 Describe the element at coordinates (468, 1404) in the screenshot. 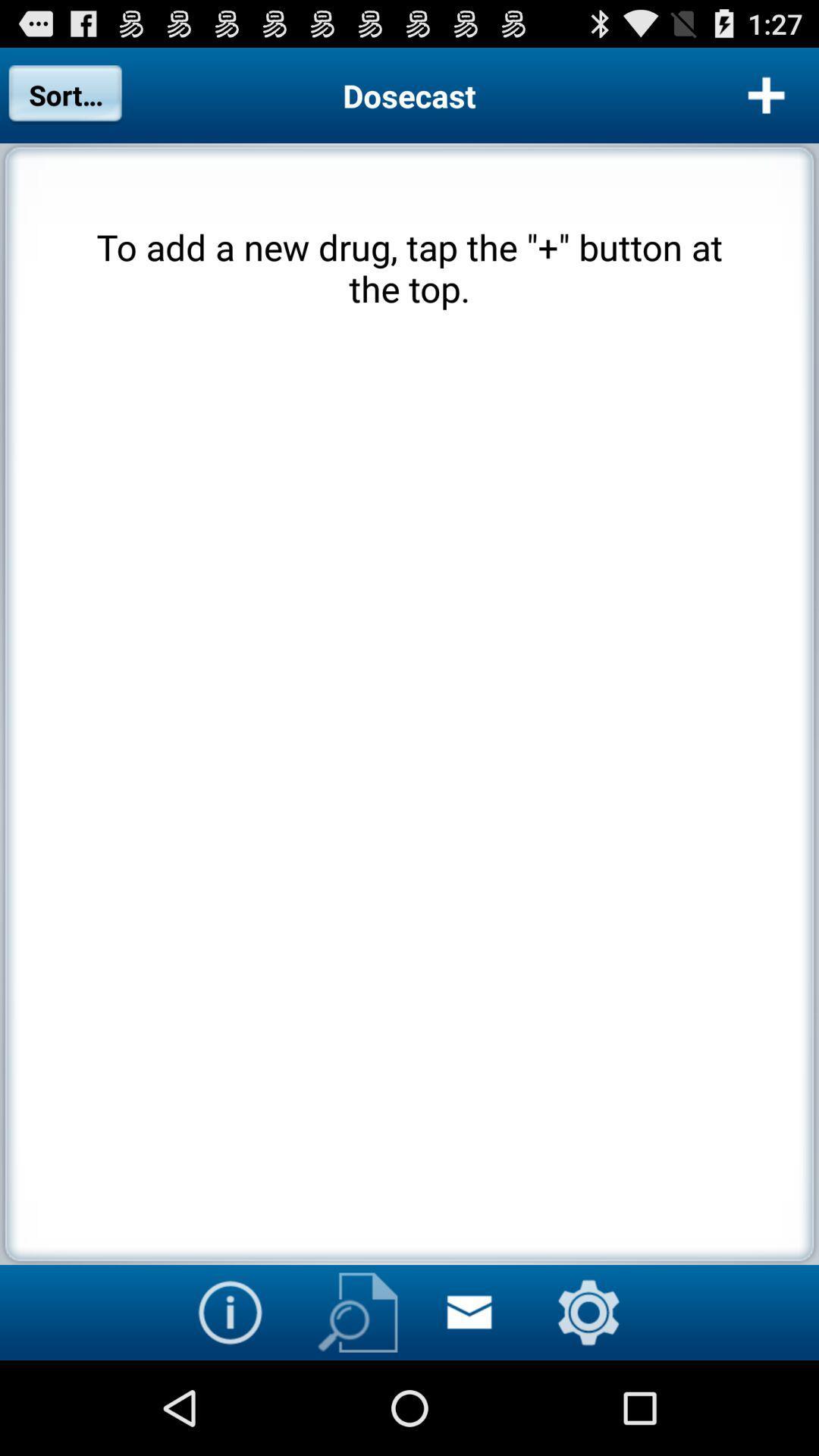

I see `the email icon` at that location.